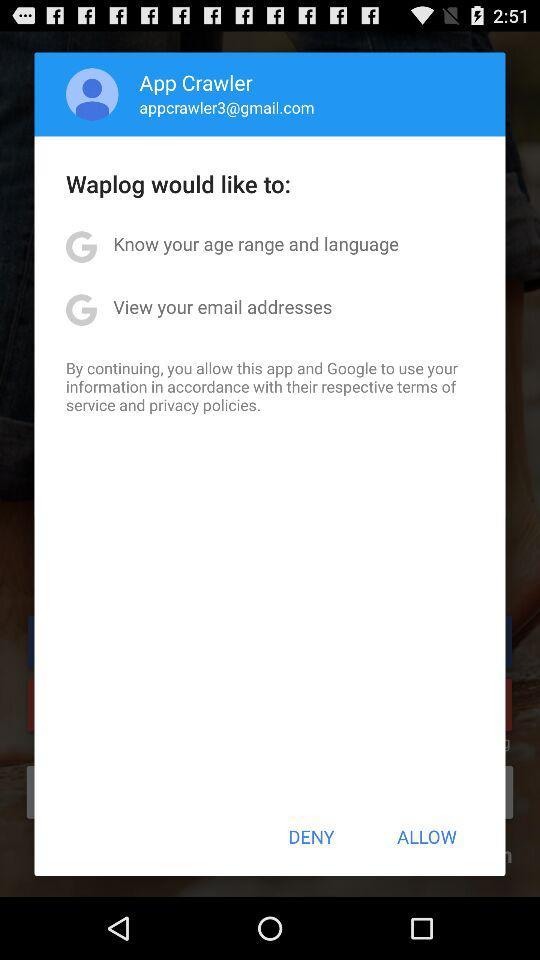 Image resolution: width=540 pixels, height=960 pixels. Describe the element at coordinates (196, 82) in the screenshot. I see `icon above the appcrawler3@gmail.com` at that location.